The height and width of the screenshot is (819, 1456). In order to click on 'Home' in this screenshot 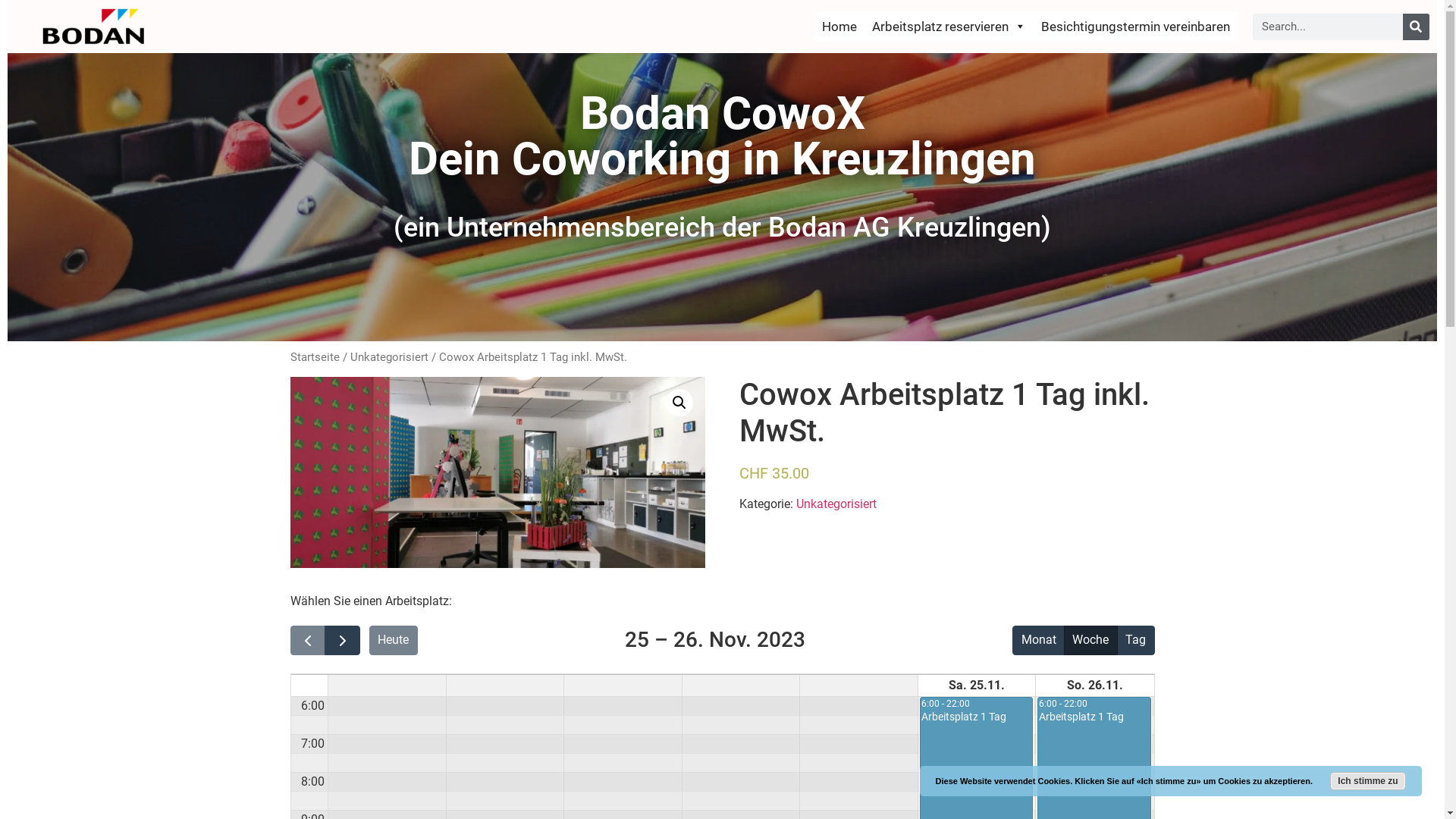, I will do `click(814, 26)`.